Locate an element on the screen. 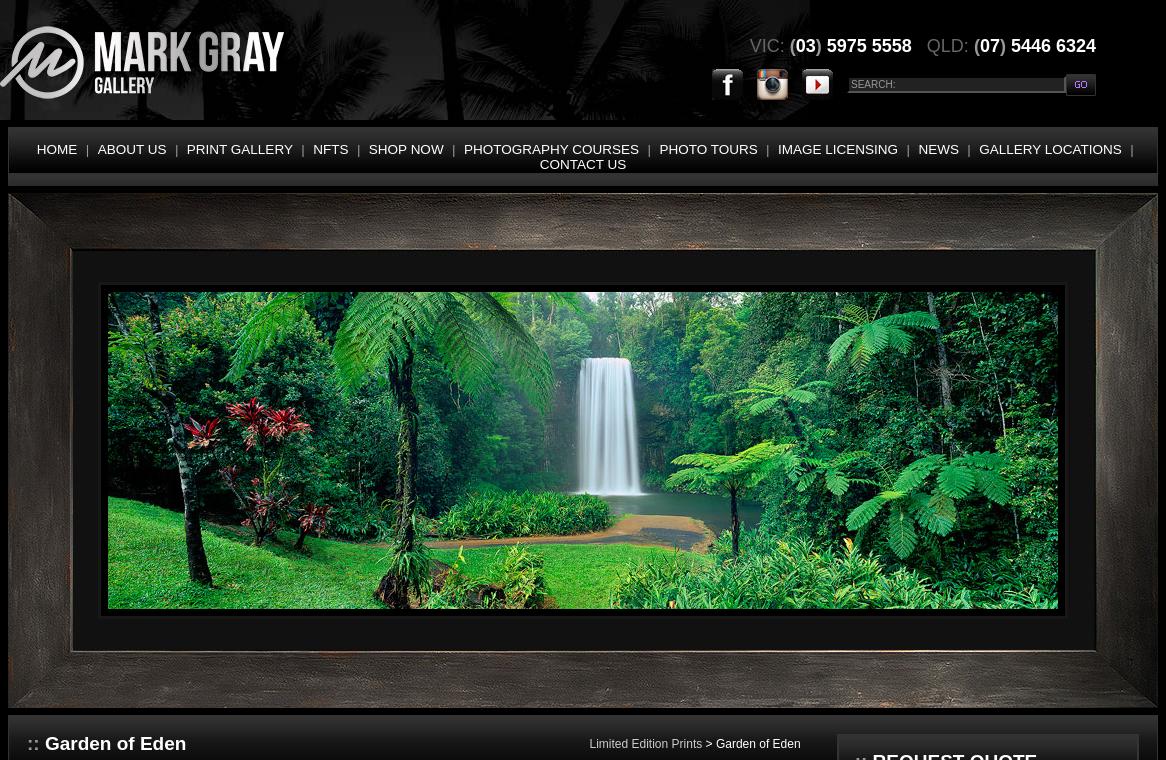 This screenshot has width=1166, height=760. 'JETTIES / BOATS / STRUCTURES' is located at coordinates (120, 542).